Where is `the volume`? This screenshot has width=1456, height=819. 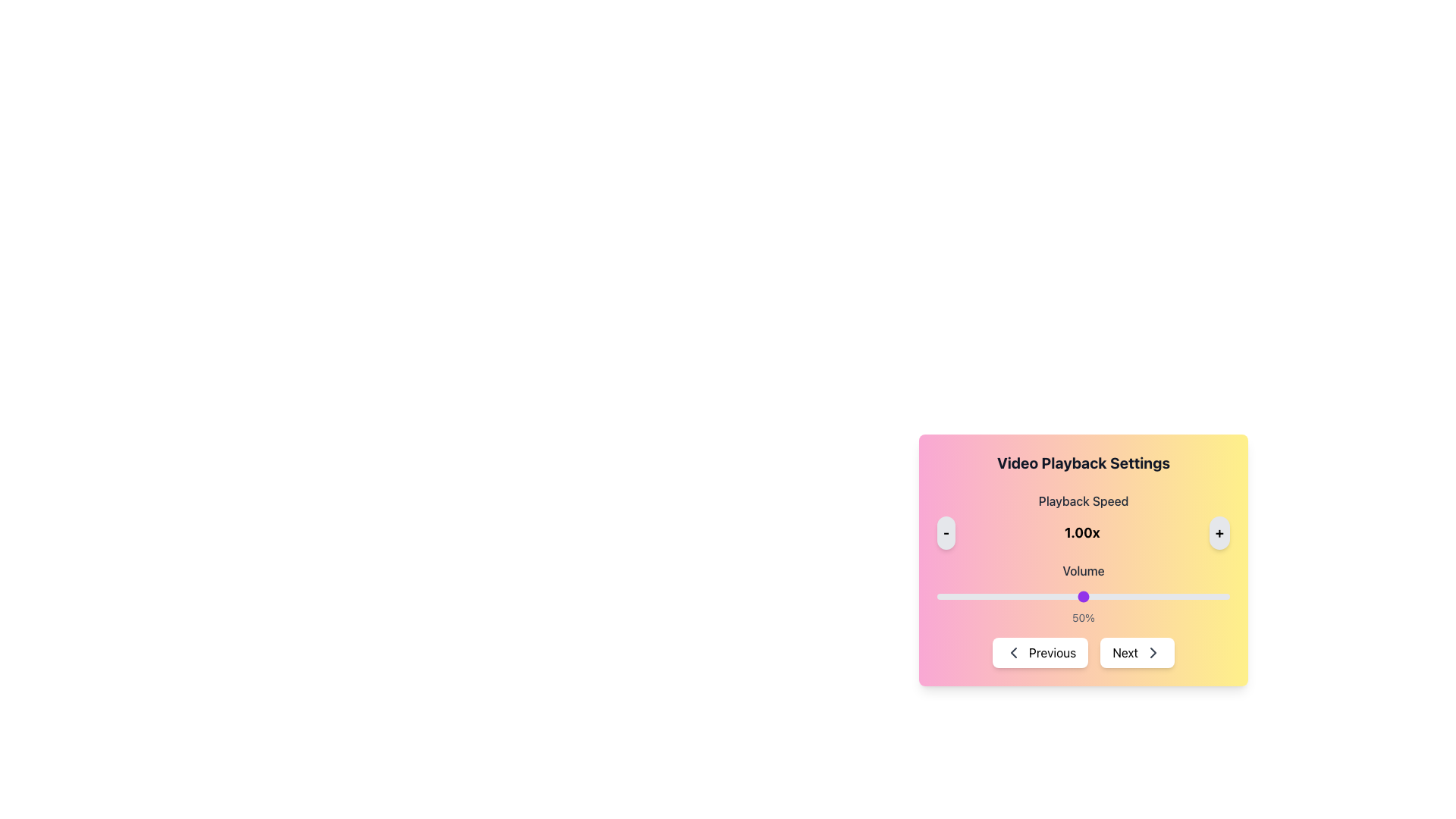
the volume is located at coordinates (1001, 595).